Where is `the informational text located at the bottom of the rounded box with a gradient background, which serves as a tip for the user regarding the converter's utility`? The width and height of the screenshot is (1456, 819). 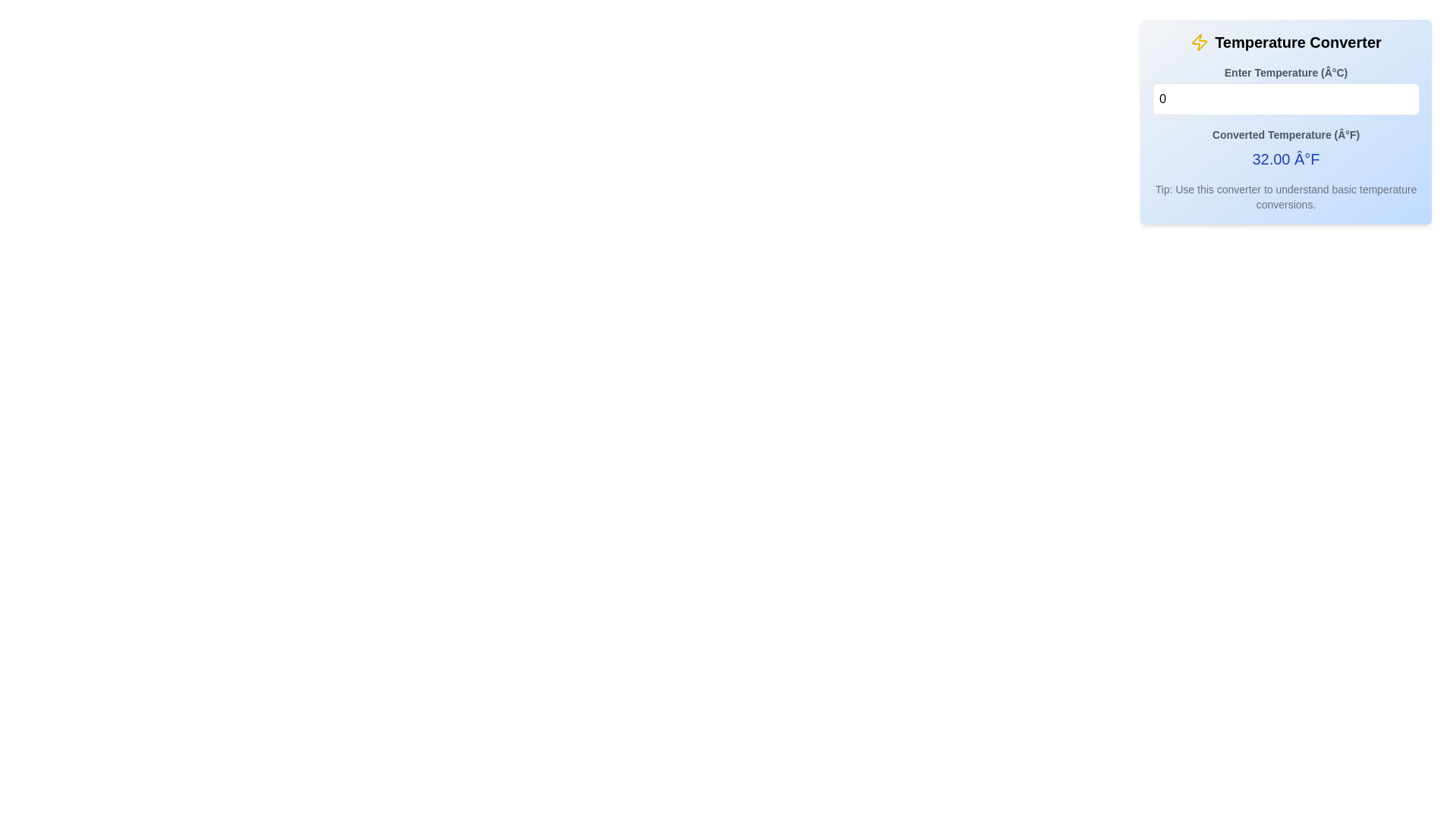
the informational text located at the bottom of the rounded box with a gradient background, which serves as a tip for the user regarding the converter's utility is located at coordinates (1285, 196).